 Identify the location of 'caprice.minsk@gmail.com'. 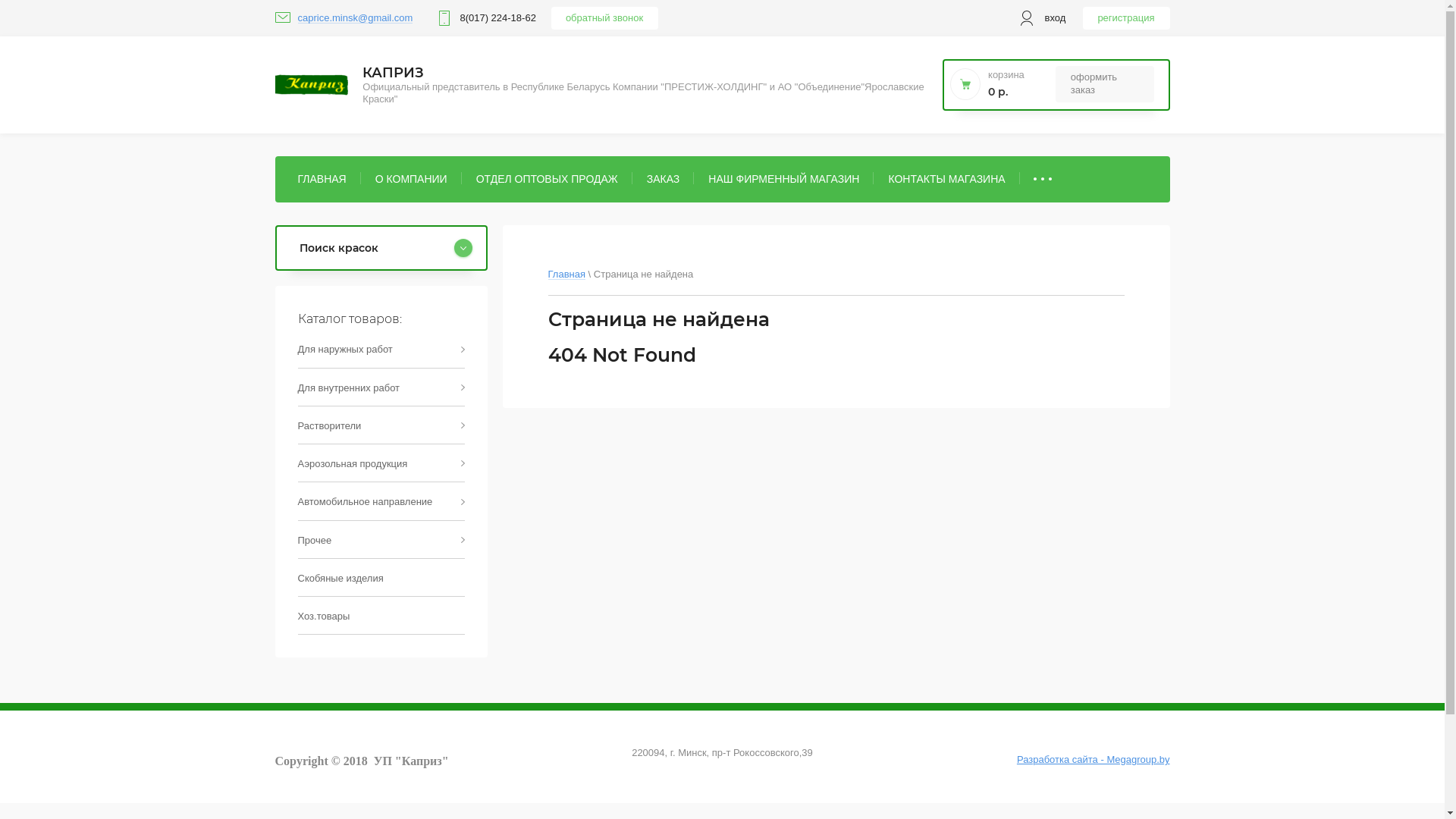
(353, 17).